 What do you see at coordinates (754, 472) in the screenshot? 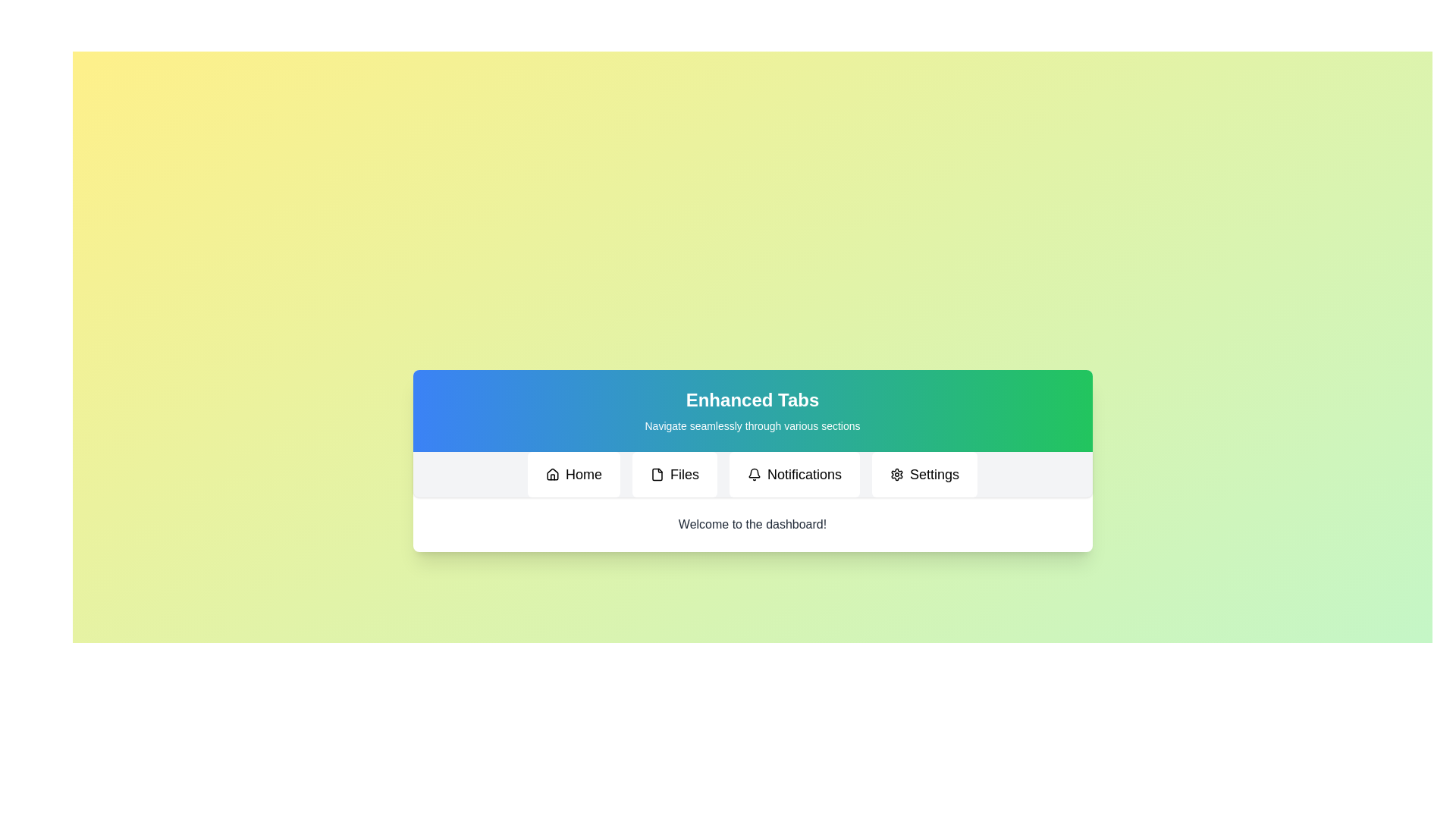
I see `the 'Notifications' icon in the navigation bar` at bounding box center [754, 472].